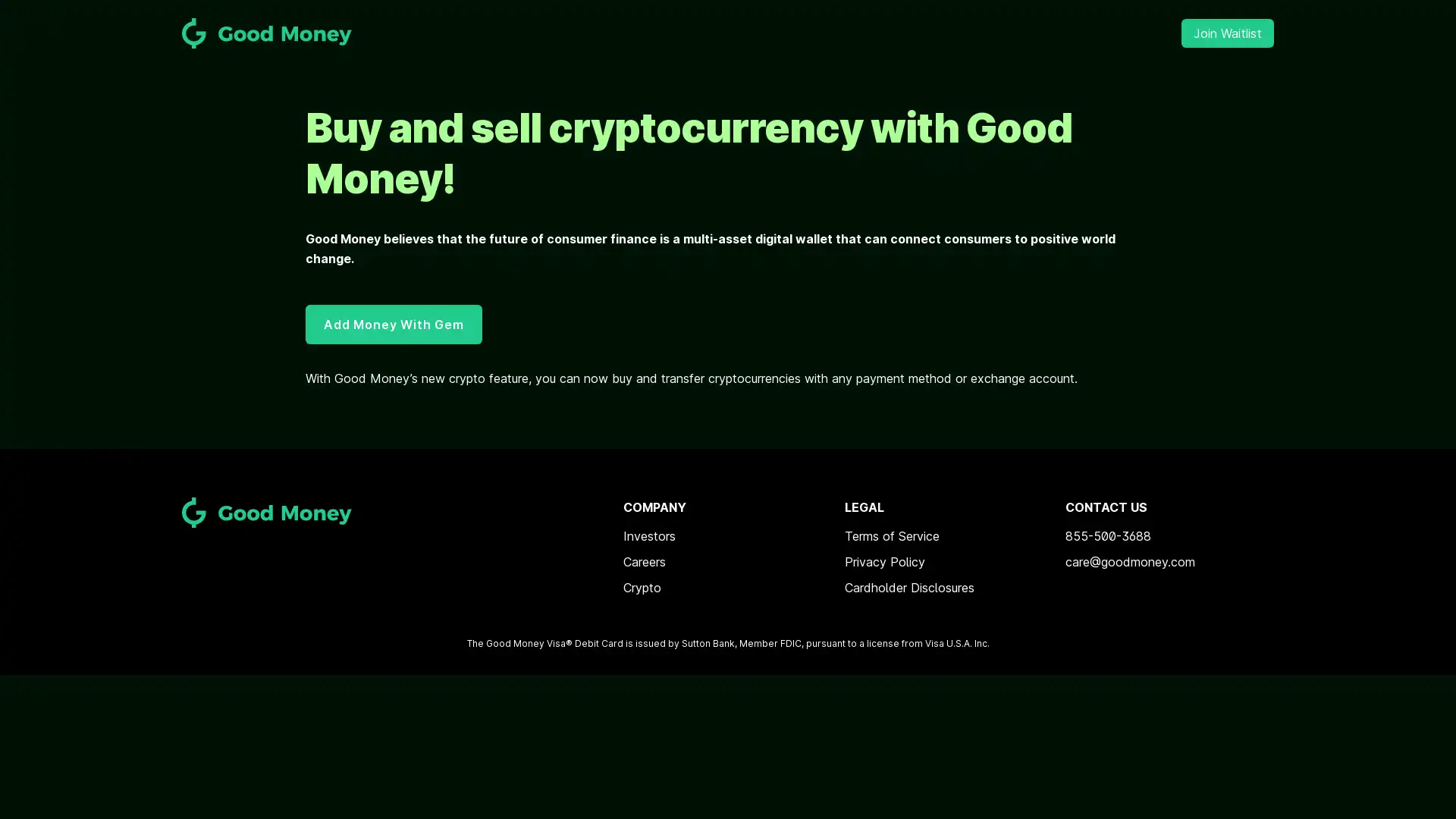 The height and width of the screenshot is (819, 1456). Describe the element at coordinates (728, 463) in the screenshot. I see `Get Started` at that location.